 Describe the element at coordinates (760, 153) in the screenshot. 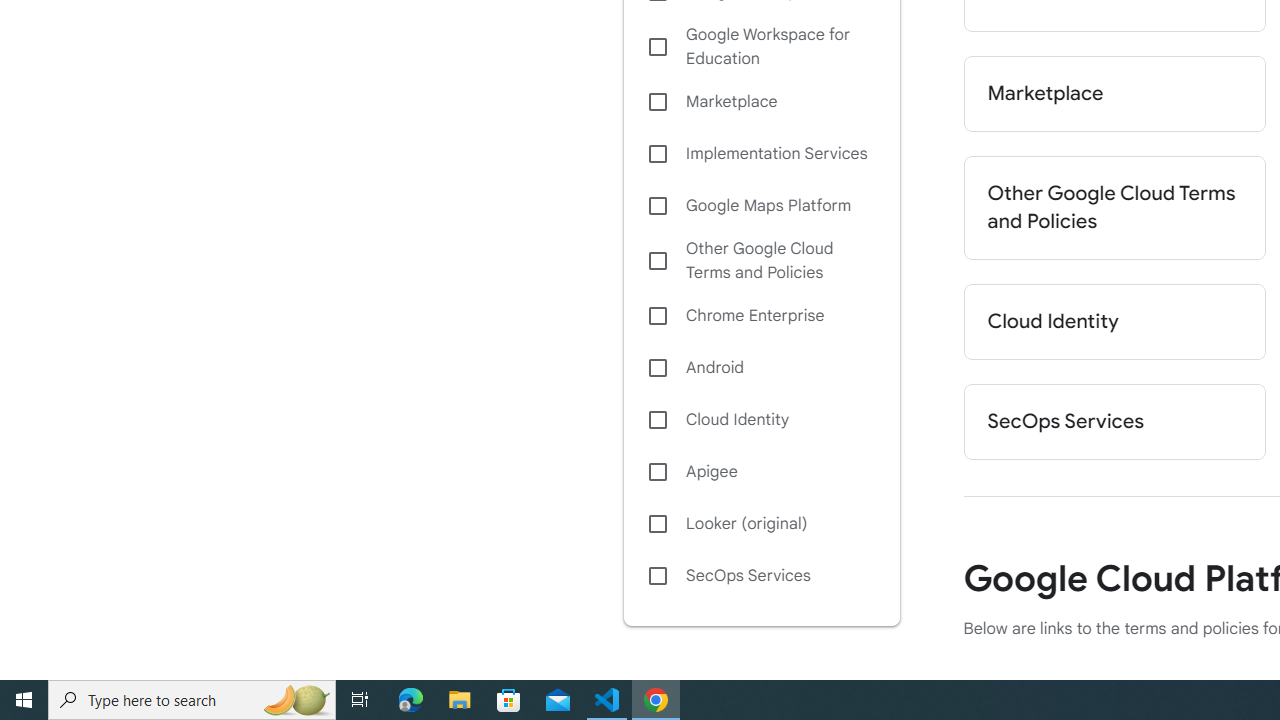

I see `'Implementation Services'` at that location.